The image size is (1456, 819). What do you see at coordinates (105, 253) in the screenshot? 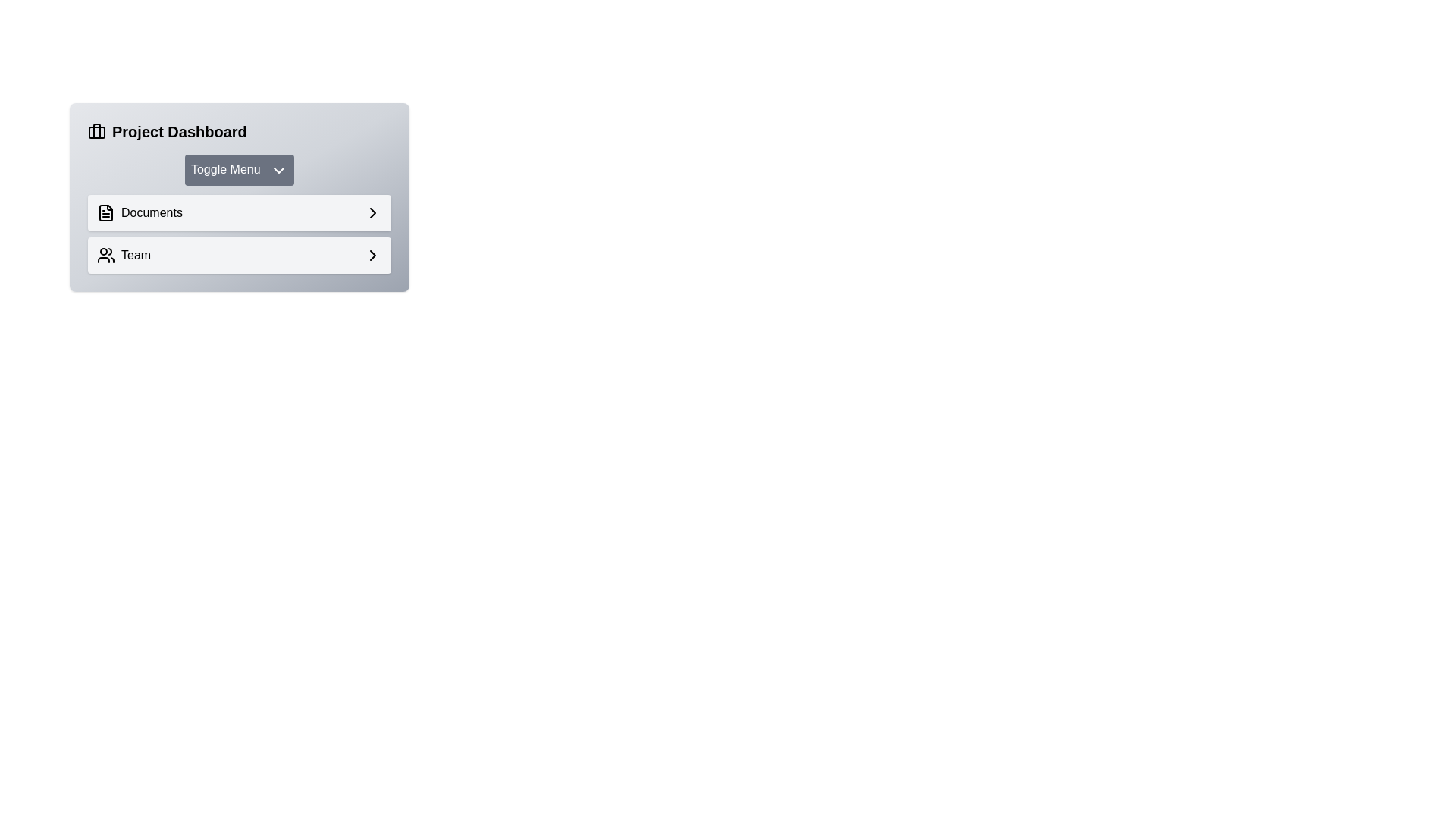
I see `the 'Team' icon located on the second row of the menu panel under 'Project Dashboard', to the left of the label 'Team'` at bounding box center [105, 253].